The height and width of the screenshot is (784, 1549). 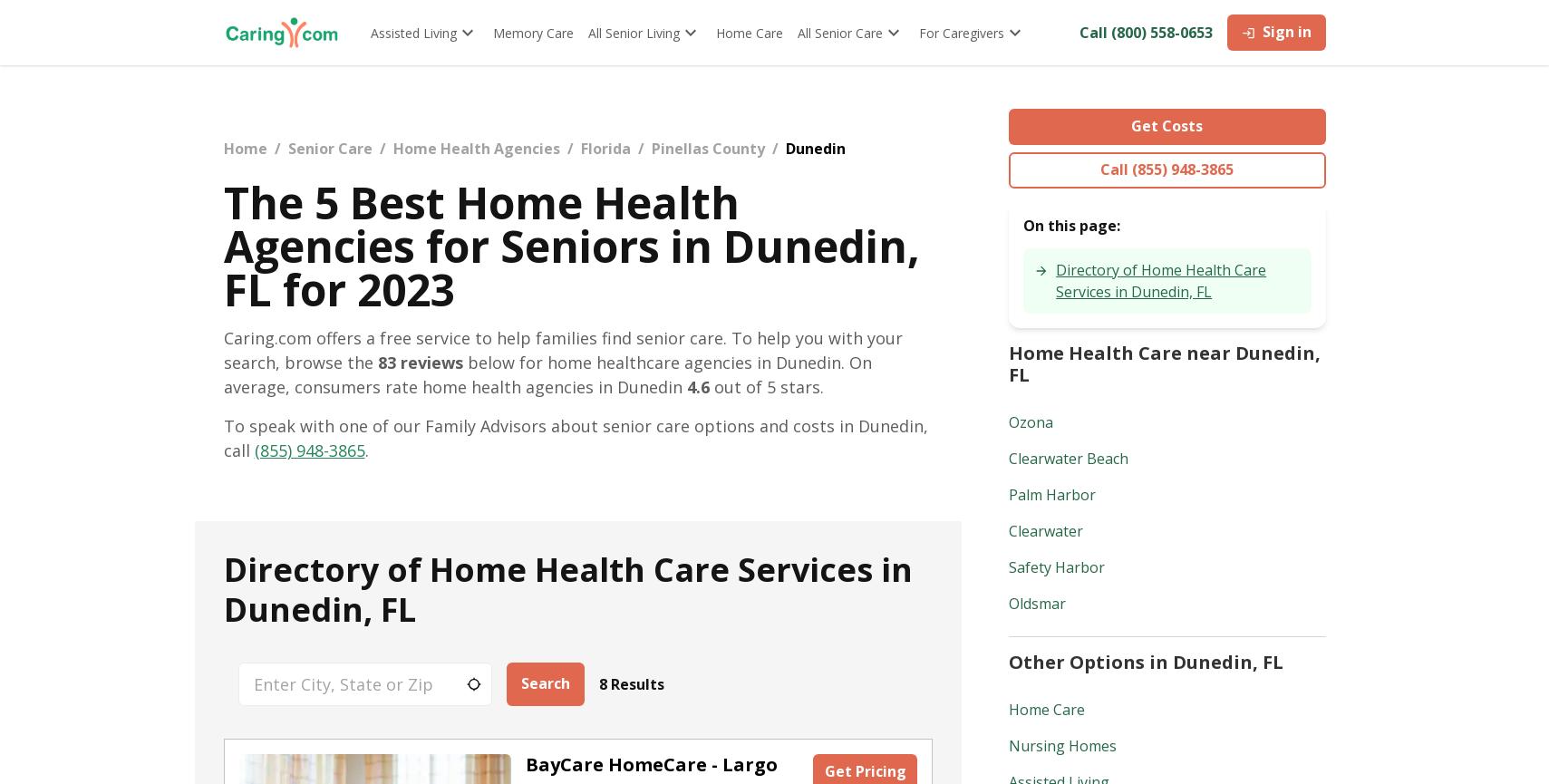 What do you see at coordinates (307, 450) in the screenshot?
I see `'(855) 948-3865'` at bounding box center [307, 450].